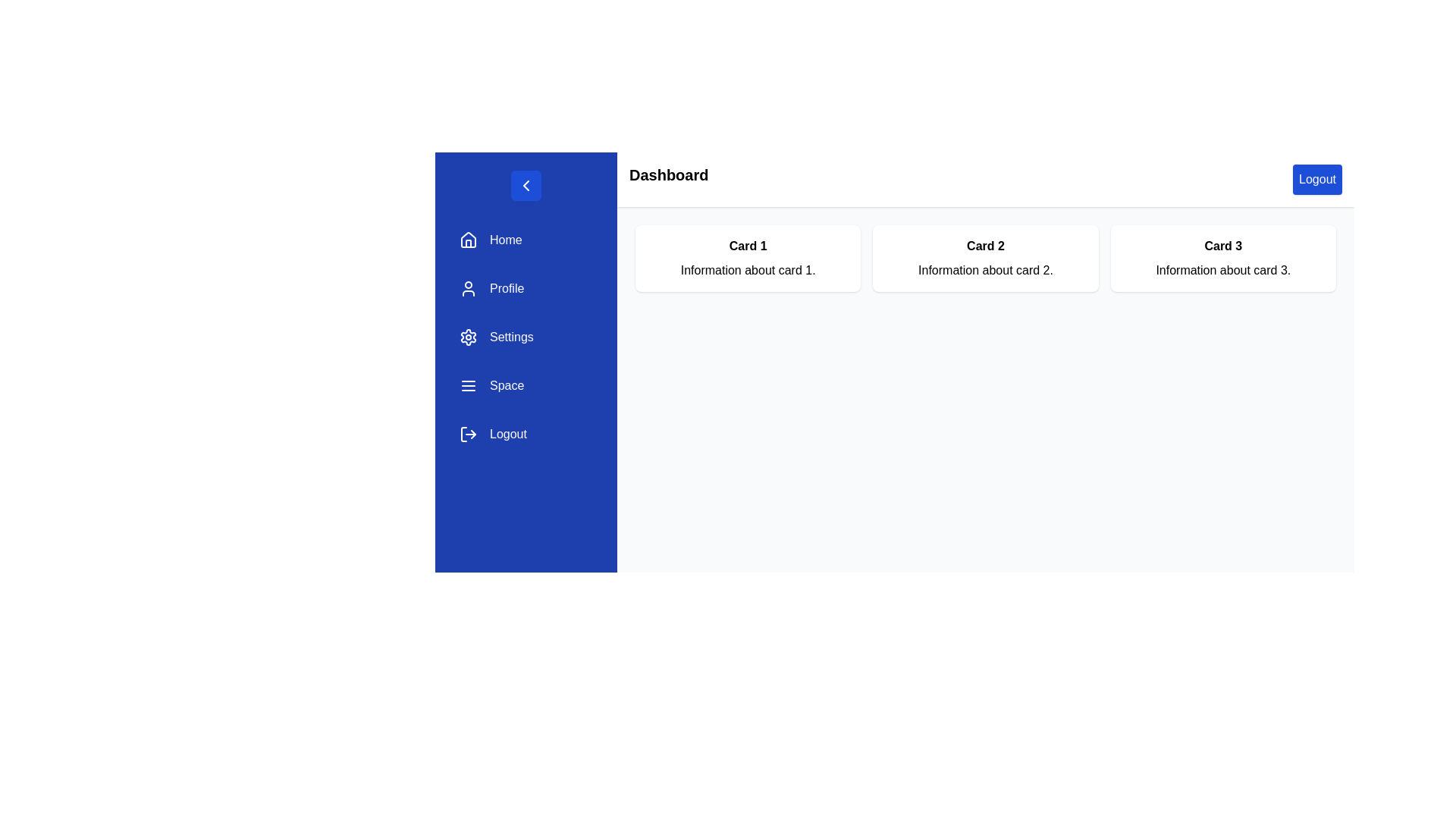 This screenshot has width=1456, height=819. I want to click on the 'Home' button icon in the left vertical navigation bar, which is positioned at the top of the list adjacent to the 'Home' label, so click(468, 239).